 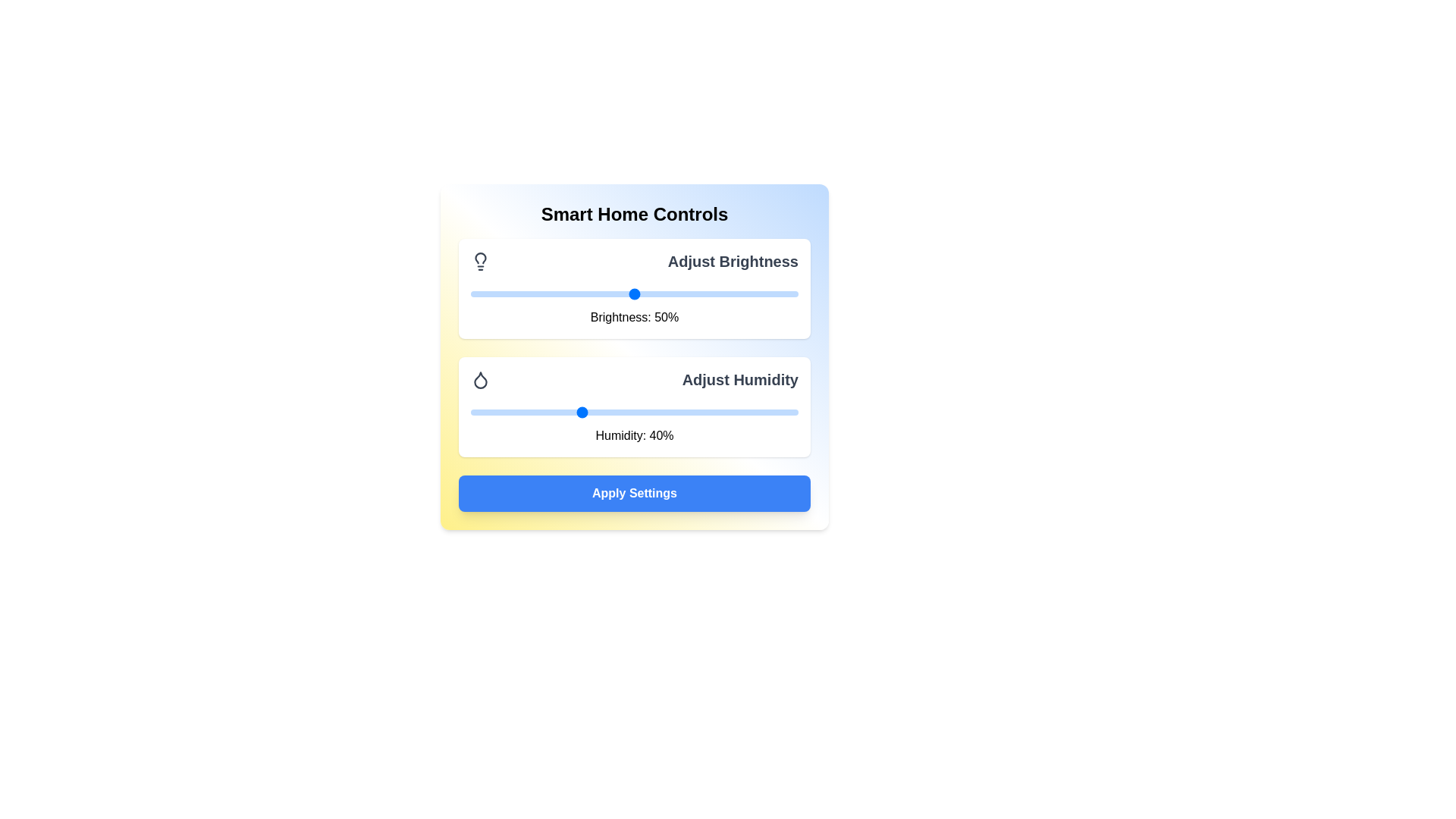 What do you see at coordinates (629, 412) in the screenshot?
I see `the humidity level to 49% using the slider` at bounding box center [629, 412].